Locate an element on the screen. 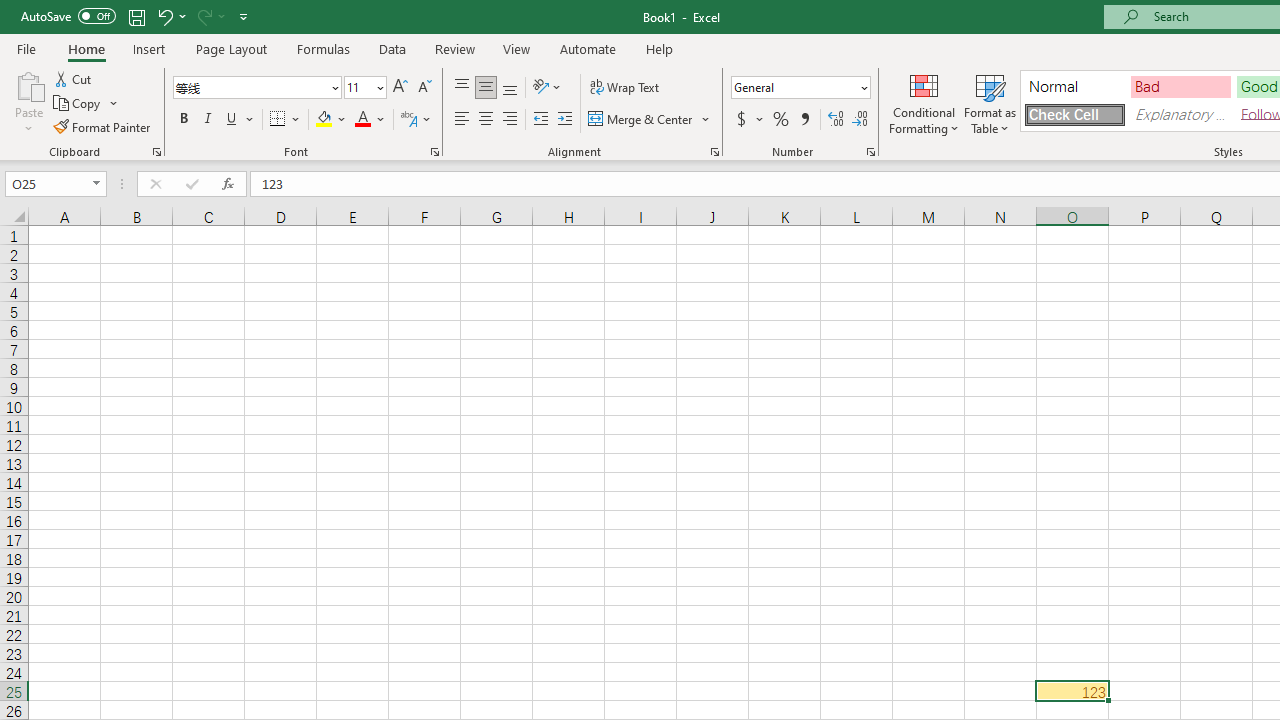  'Align Left' is located at coordinates (461, 119).